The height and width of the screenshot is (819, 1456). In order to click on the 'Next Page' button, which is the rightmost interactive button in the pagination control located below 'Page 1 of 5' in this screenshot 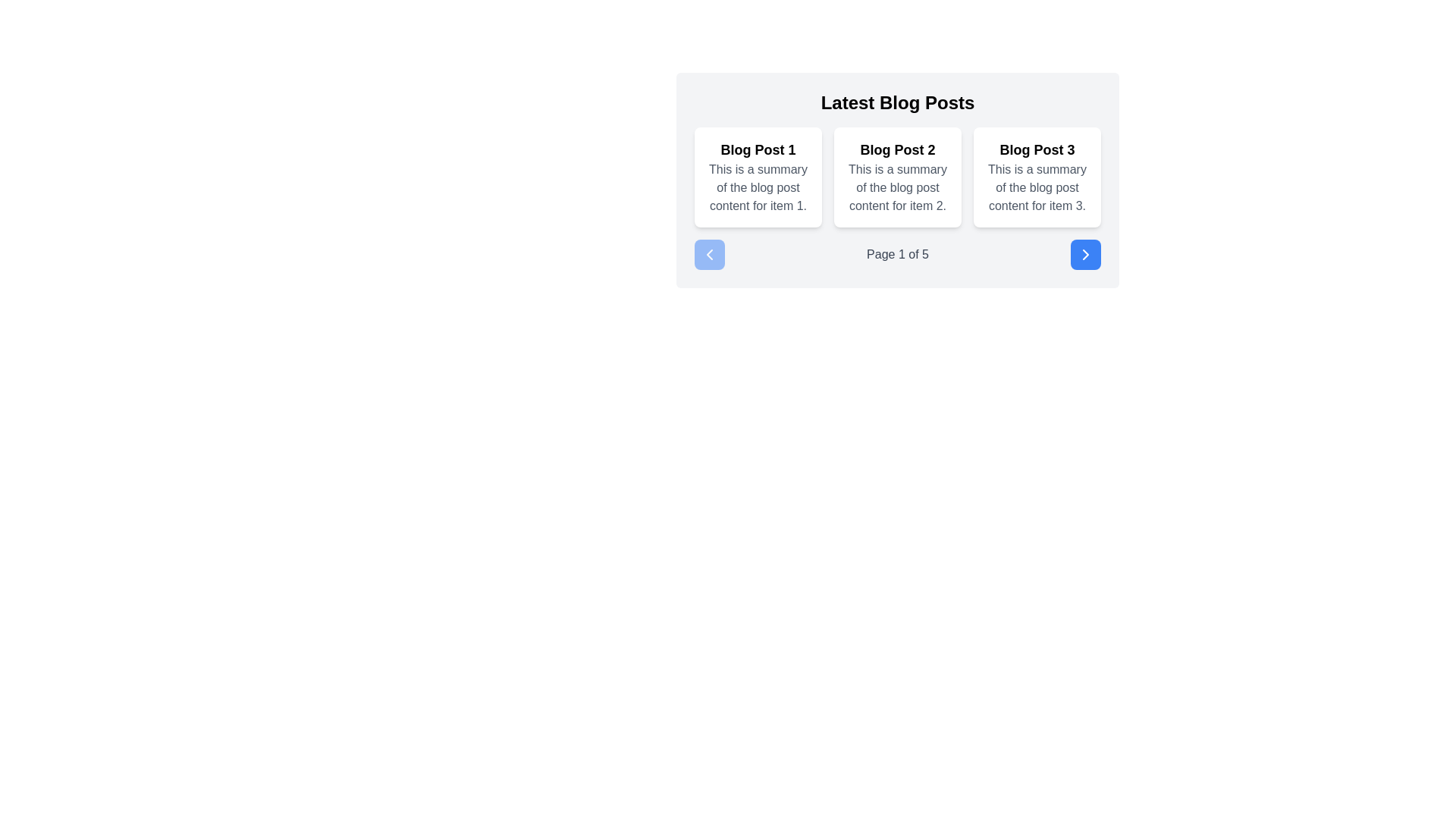, I will do `click(1084, 253)`.